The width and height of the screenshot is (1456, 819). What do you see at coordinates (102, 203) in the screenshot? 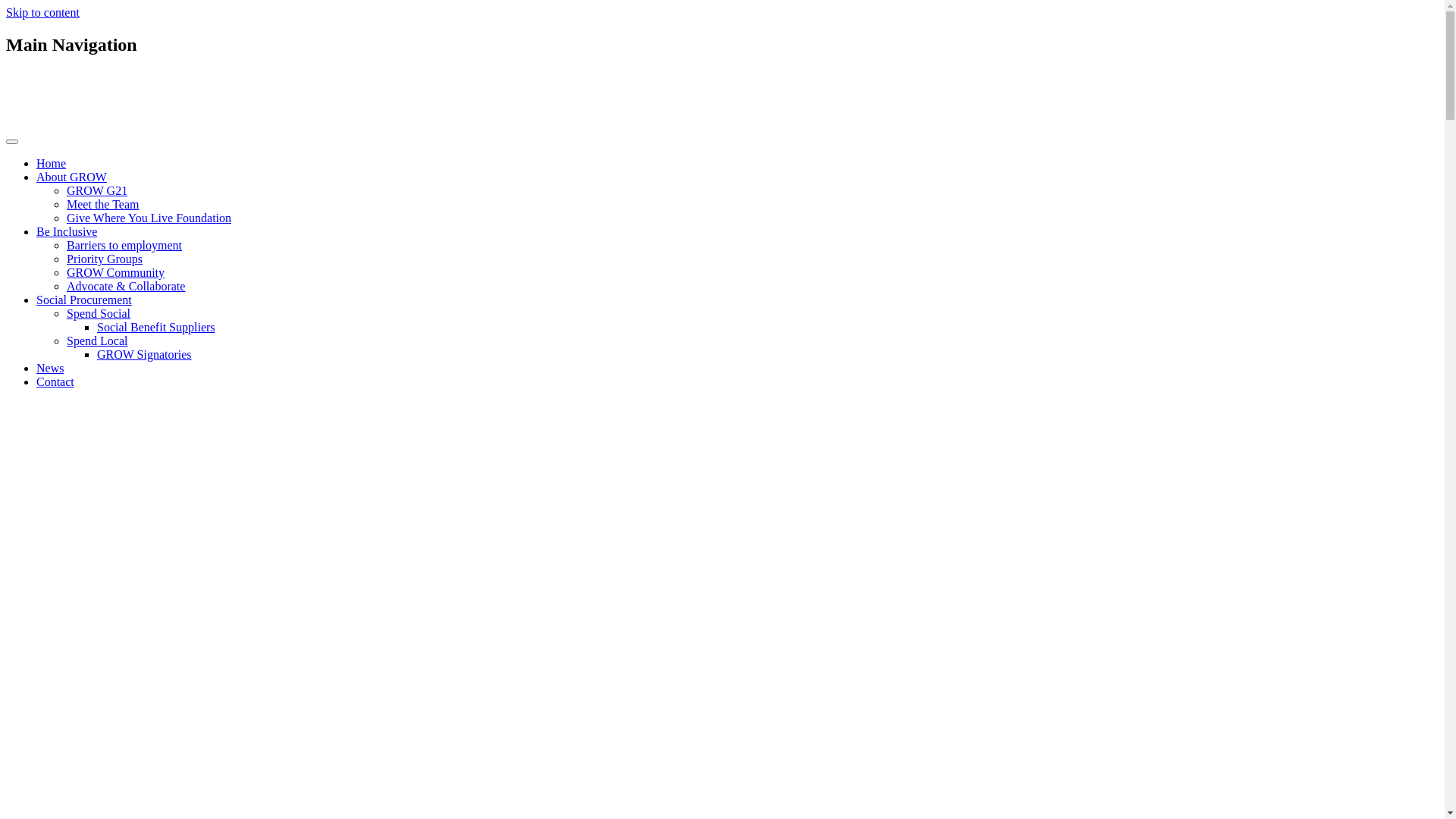
I see `'Meet the Team'` at bounding box center [102, 203].